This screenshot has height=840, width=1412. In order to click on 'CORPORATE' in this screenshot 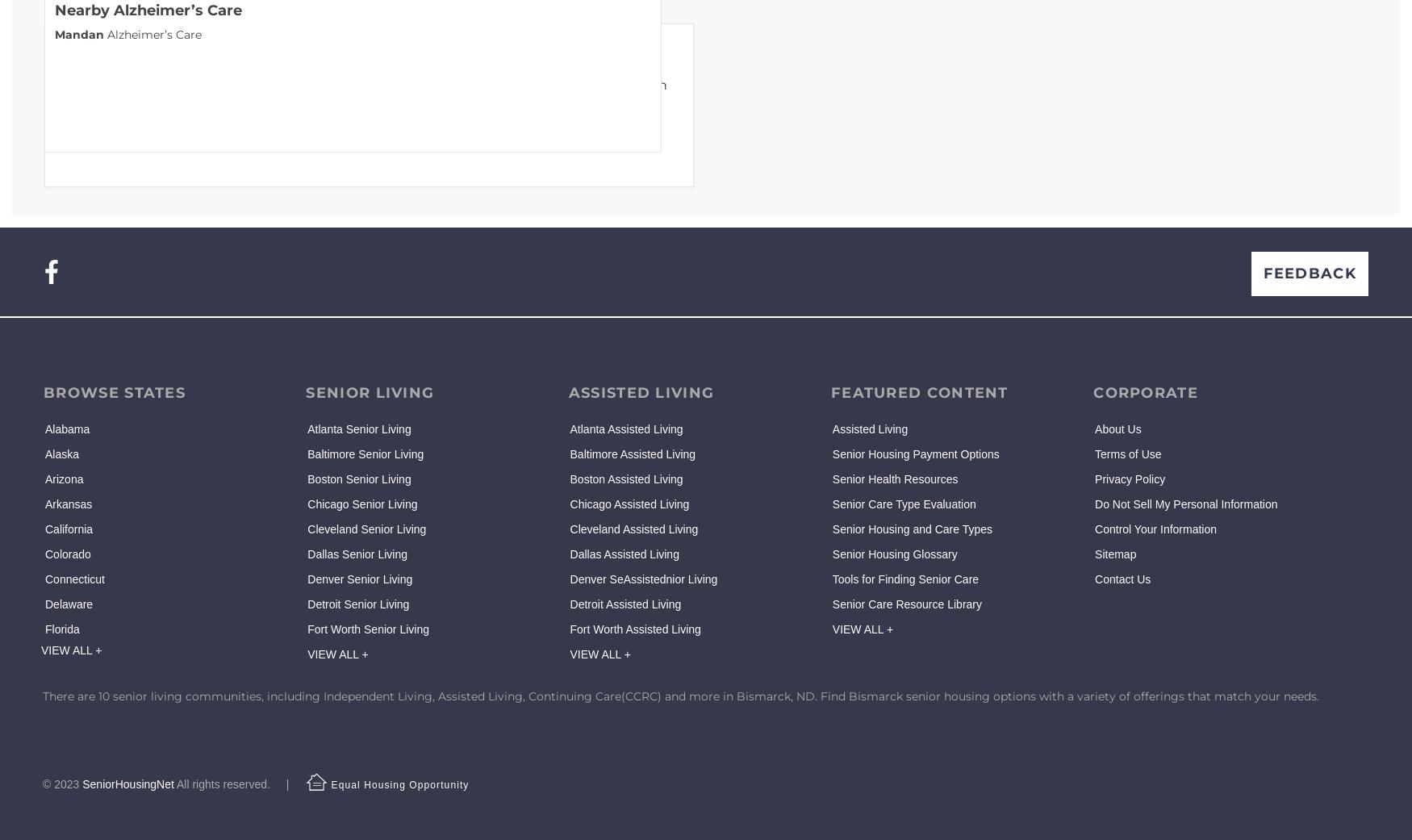, I will do `click(1144, 391)`.